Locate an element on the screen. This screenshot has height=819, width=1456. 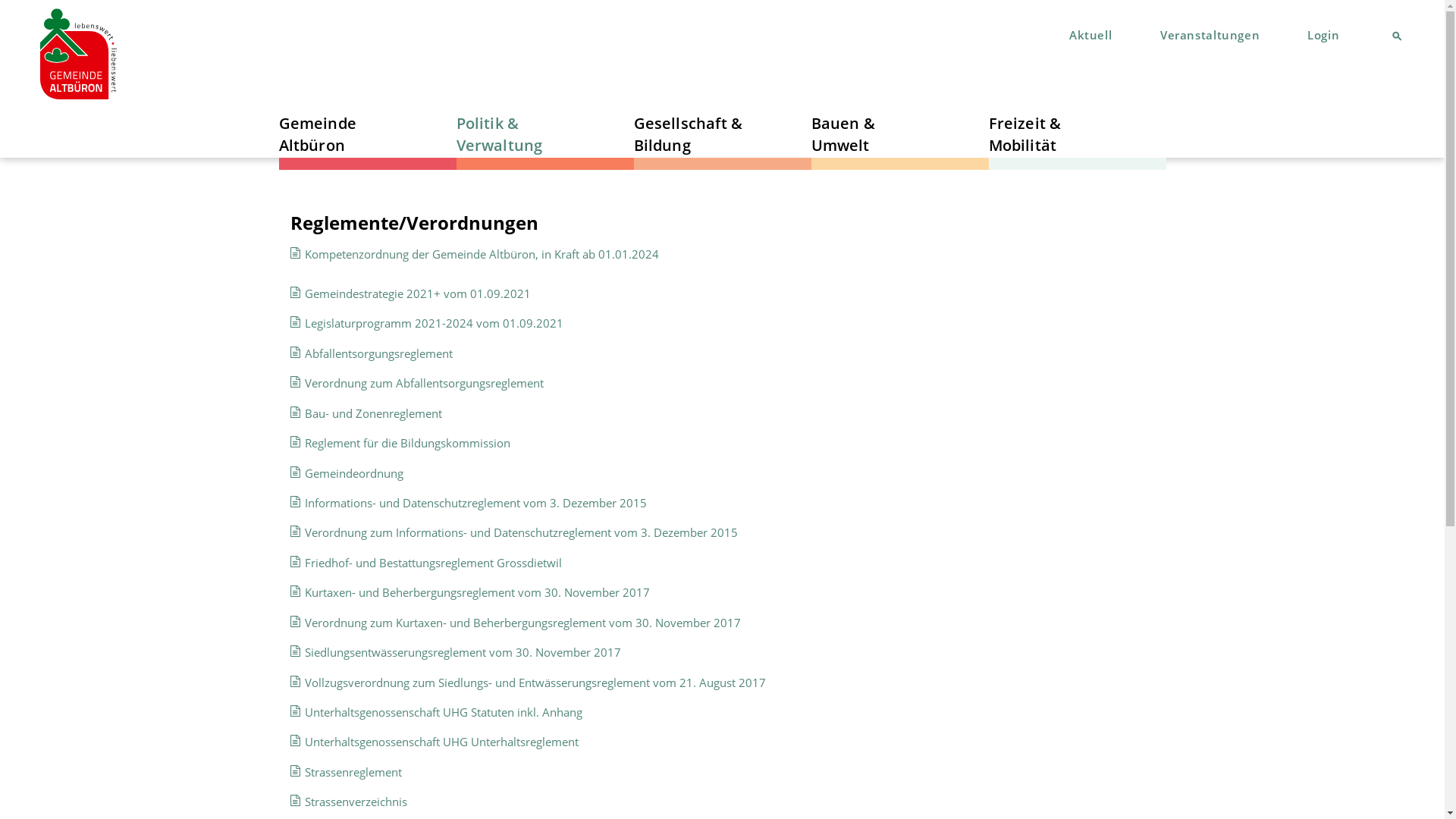
'Aktuell' is located at coordinates (1087, 34).